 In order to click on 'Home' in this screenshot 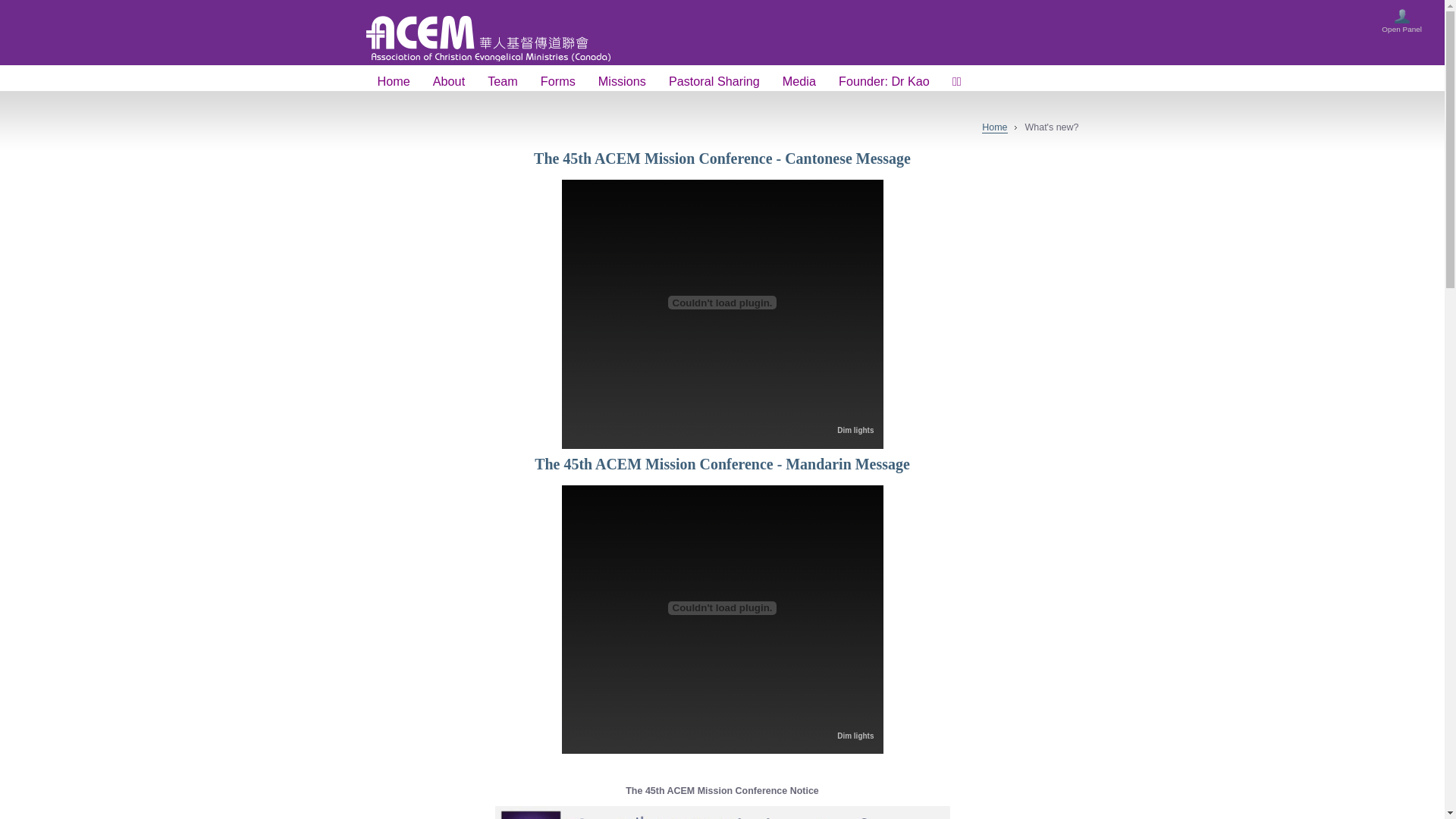, I will do `click(393, 82)`.